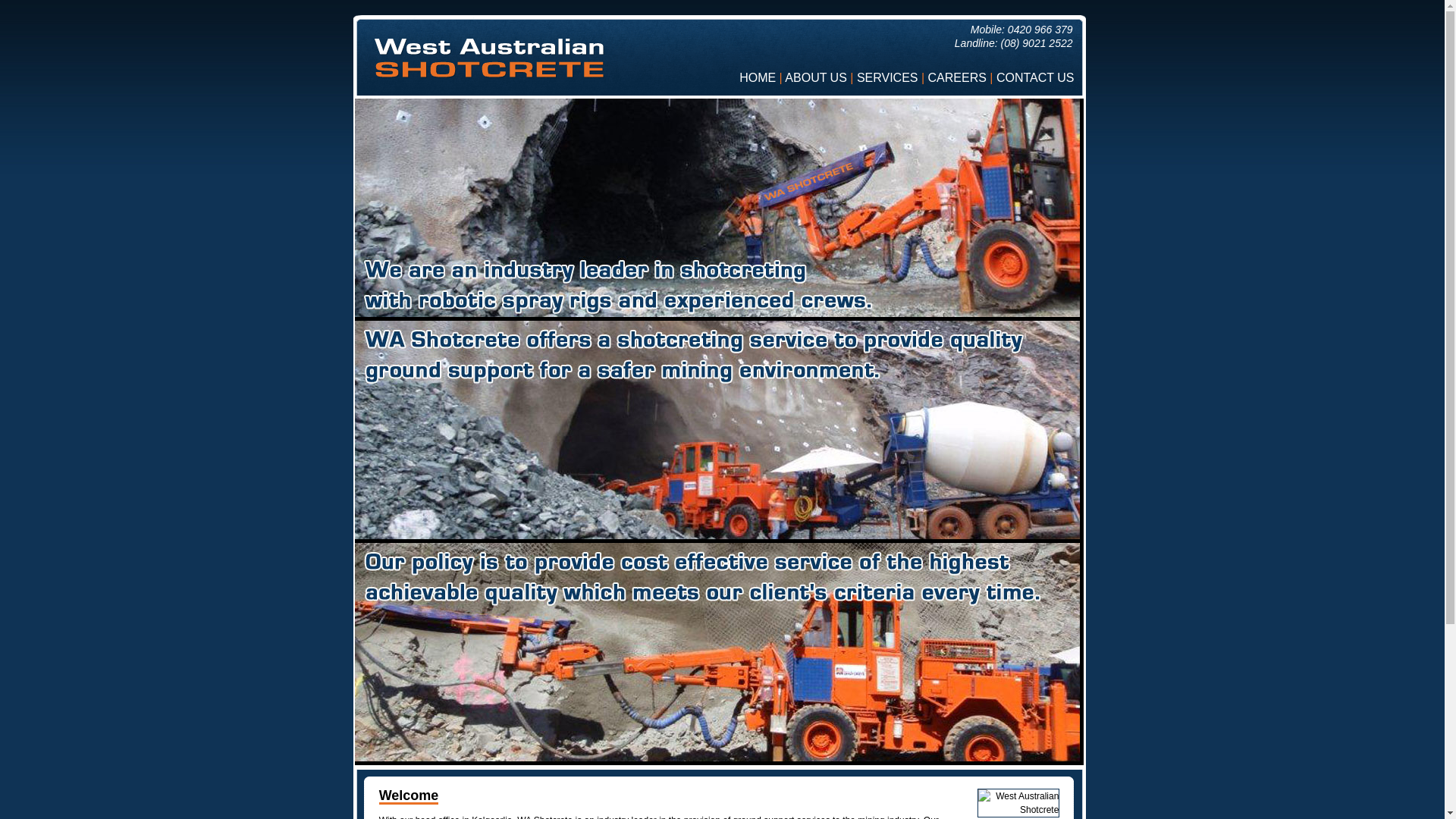 The width and height of the screenshot is (1456, 819). Describe the element at coordinates (1034, 77) in the screenshot. I see `'CONTACT US'` at that location.